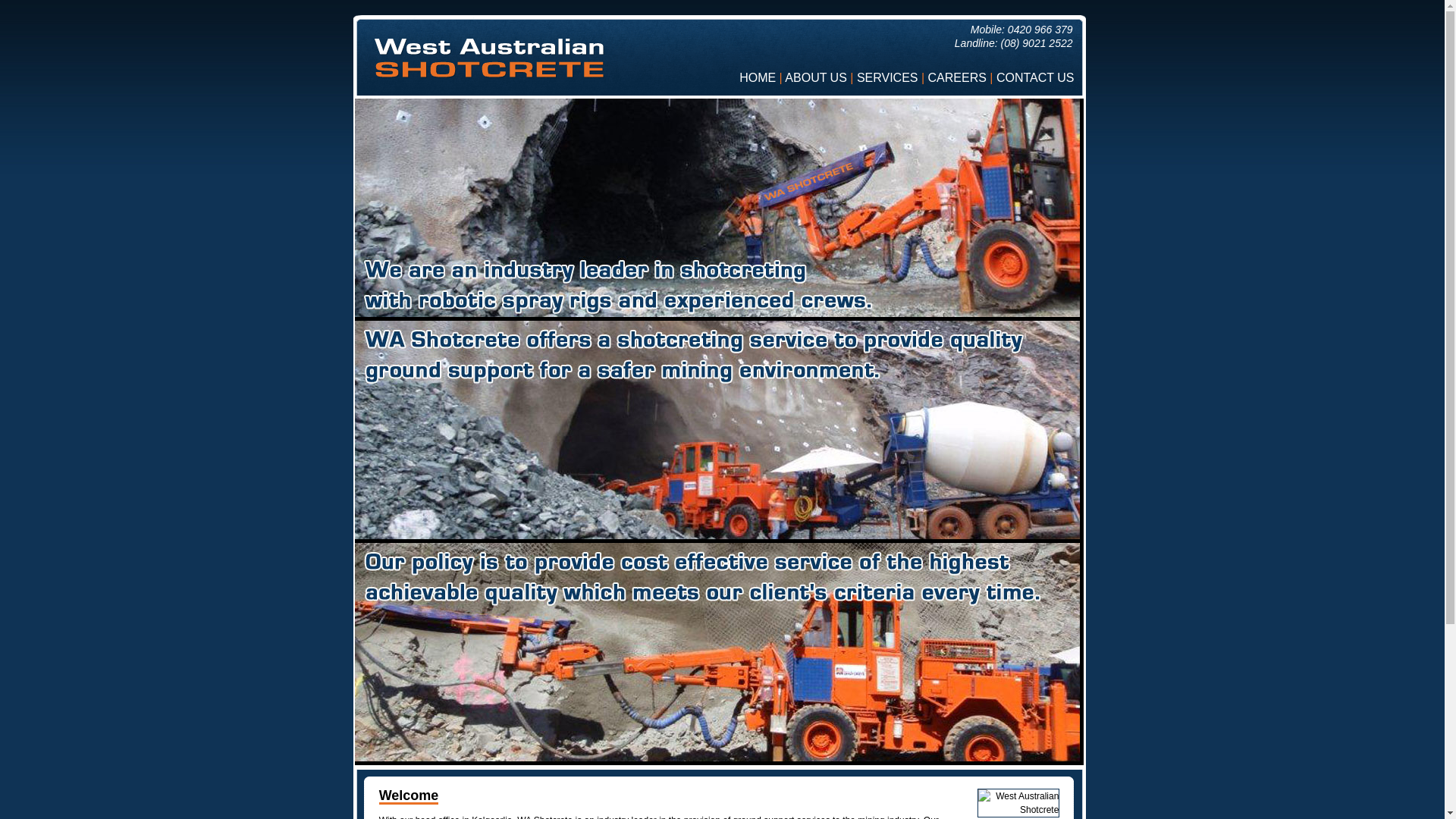 The width and height of the screenshot is (1456, 819). Describe the element at coordinates (1034, 77) in the screenshot. I see `'CONTACT US'` at that location.